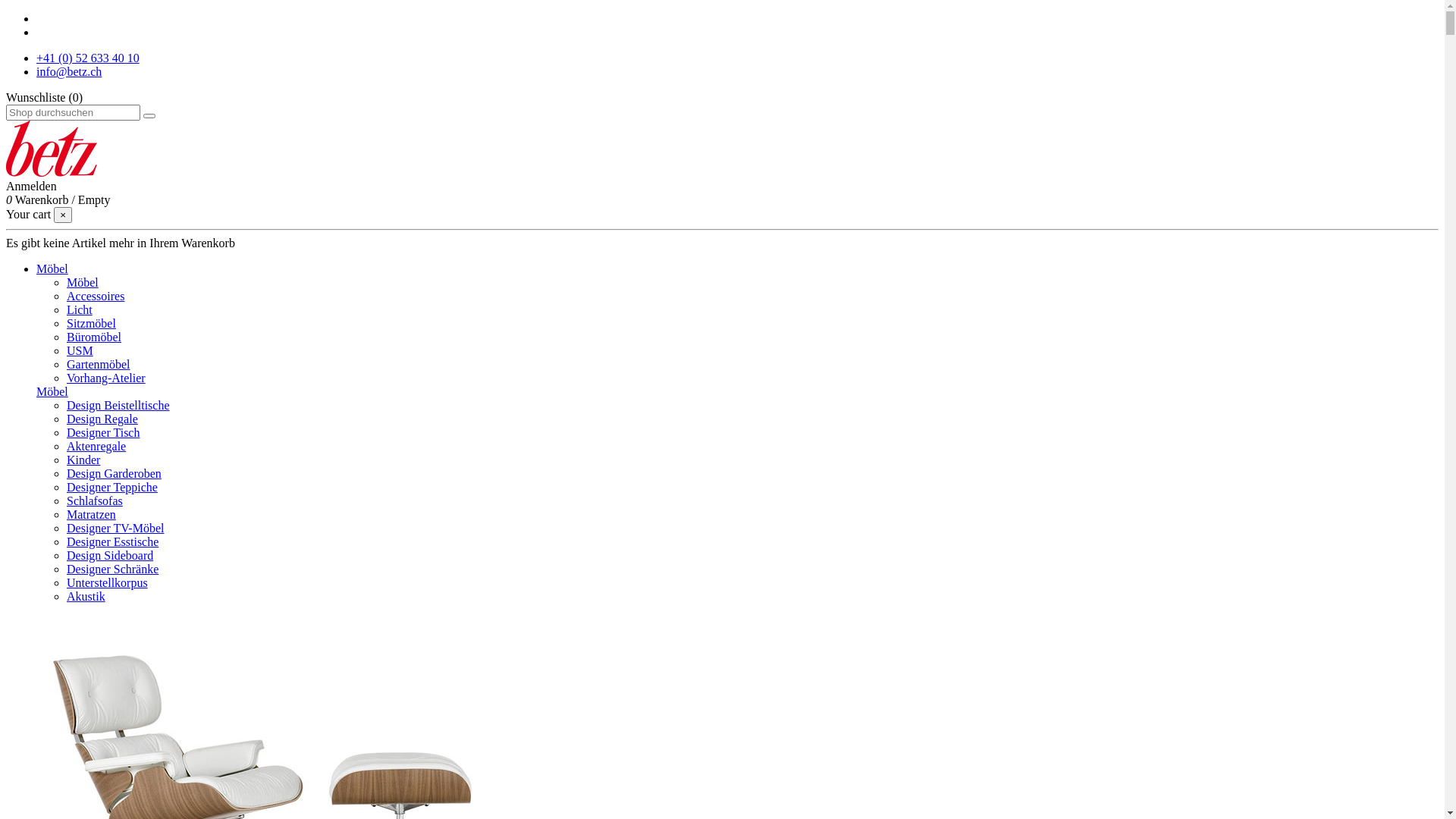  I want to click on '0 Warenkorb / Empty', so click(58, 199).